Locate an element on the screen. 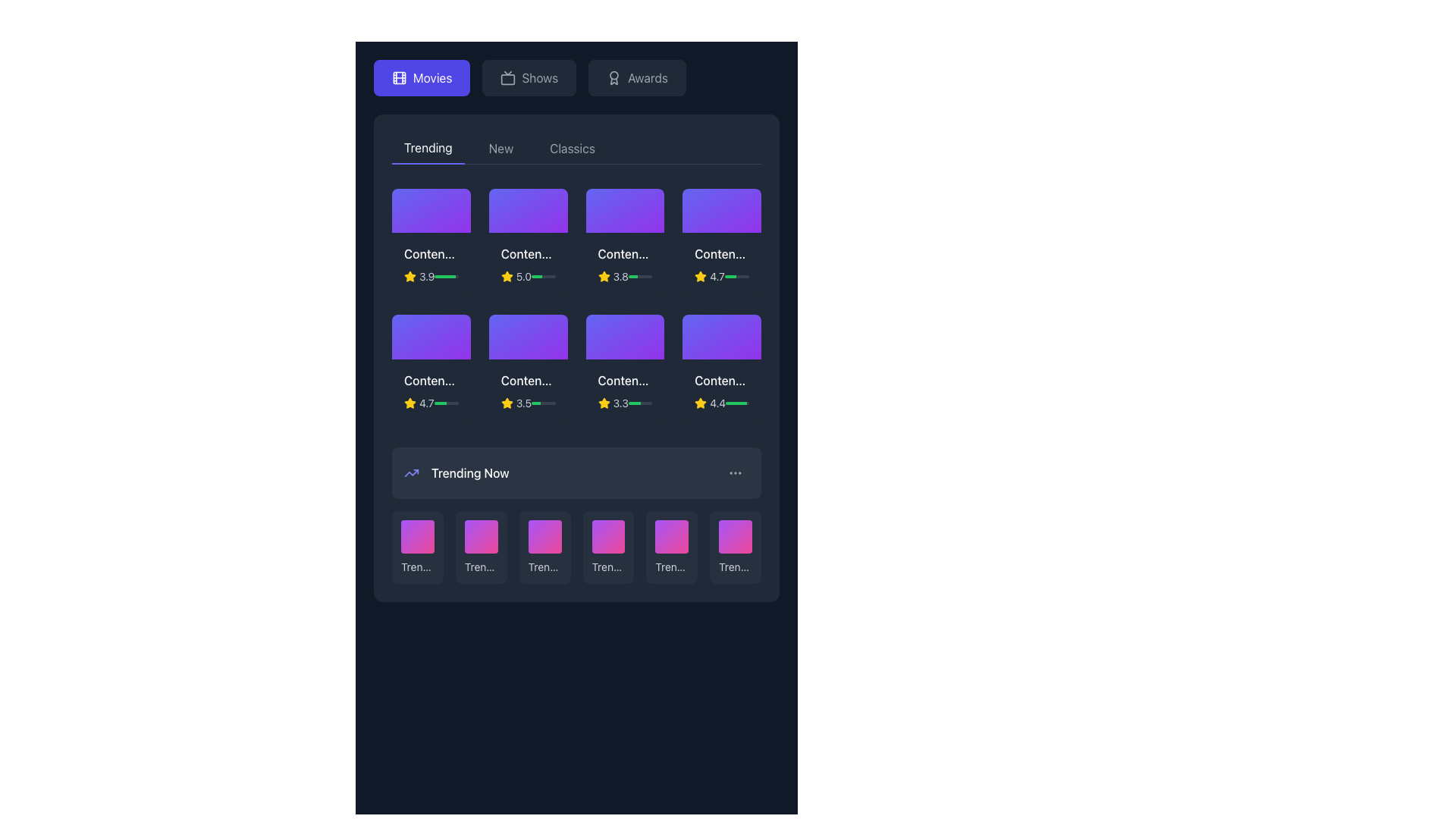 The height and width of the screenshot is (819, 1456). the Rating Icon that visually represents a star-based score, located at the bottom-left corner of the second row of content cards is located at coordinates (410, 402).